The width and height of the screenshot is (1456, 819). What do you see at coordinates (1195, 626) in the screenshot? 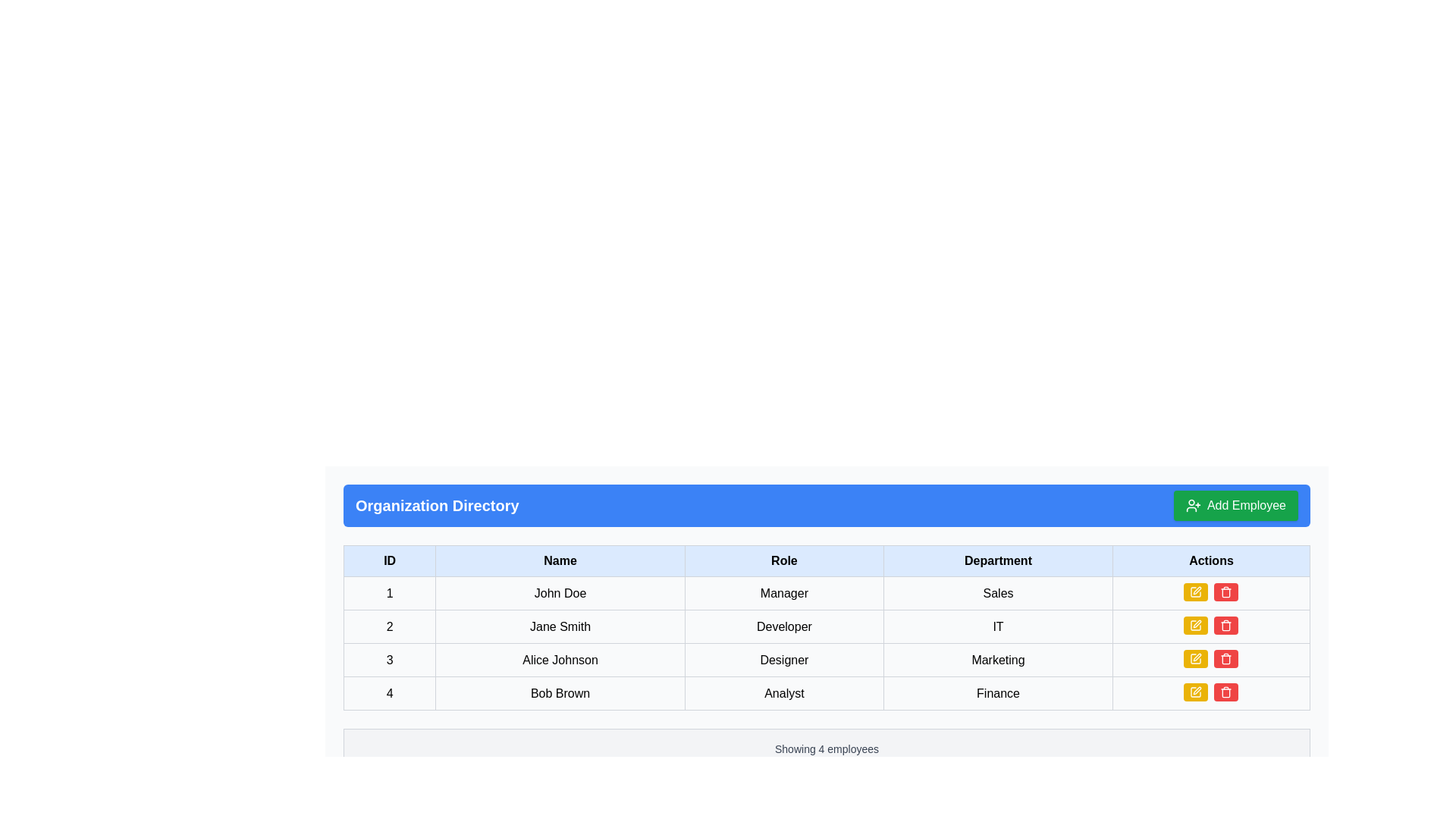
I see `the yellow button with a white pen icon in the 'Actions' column of the second row` at bounding box center [1195, 626].